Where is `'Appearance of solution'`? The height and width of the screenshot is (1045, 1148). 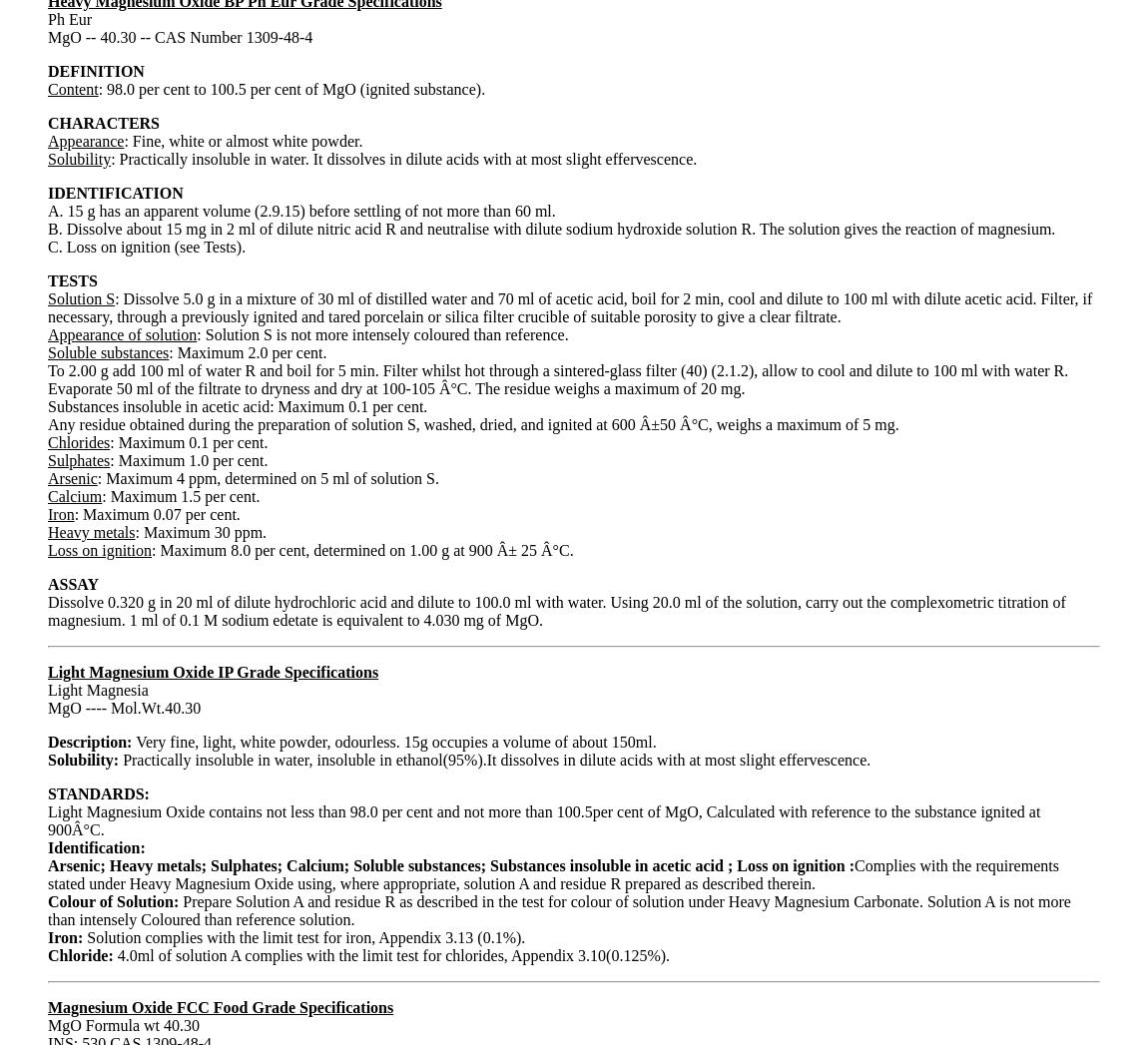 'Appearance of solution' is located at coordinates (46, 333).